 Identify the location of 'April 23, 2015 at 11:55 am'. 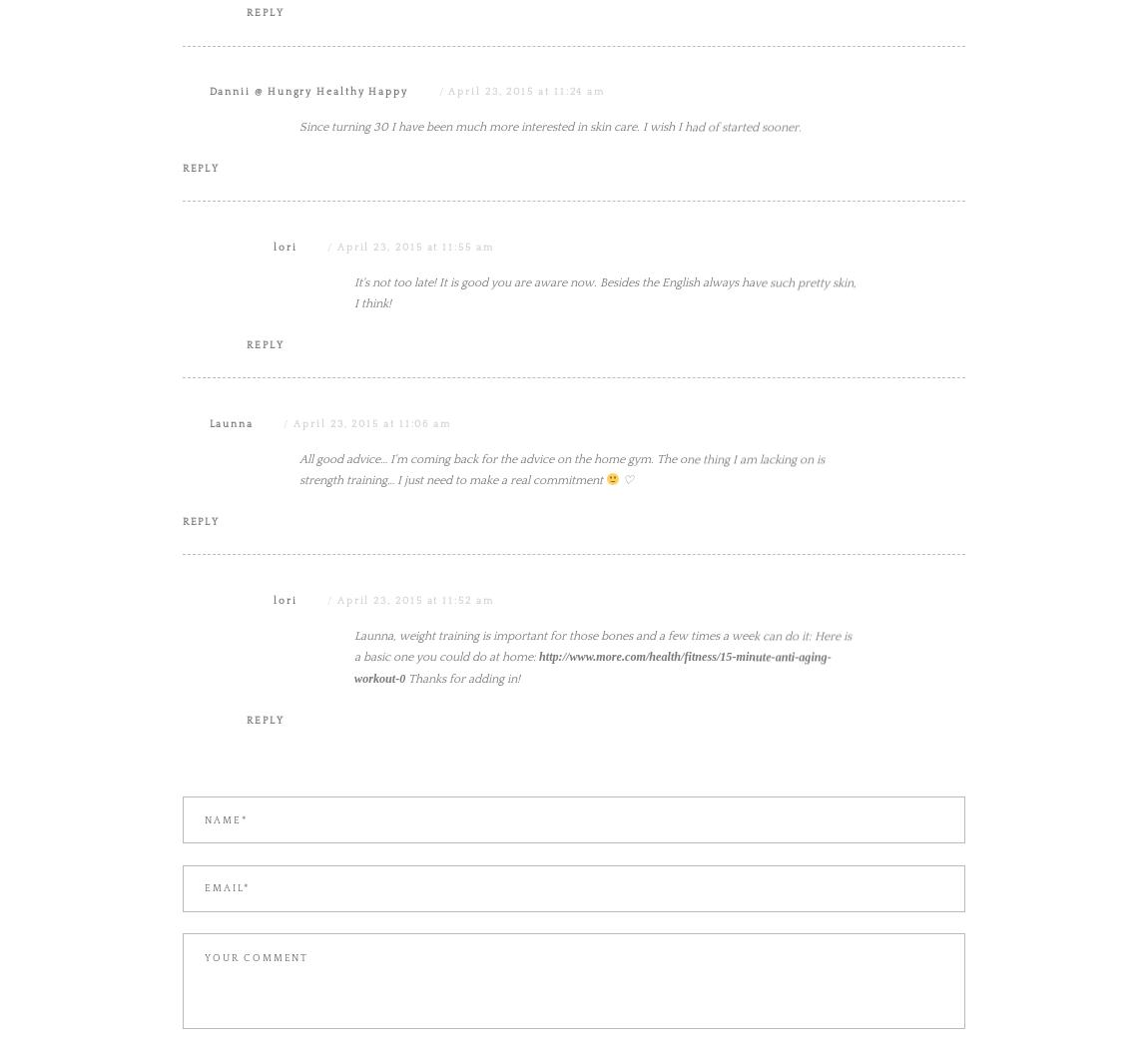
(414, 448).